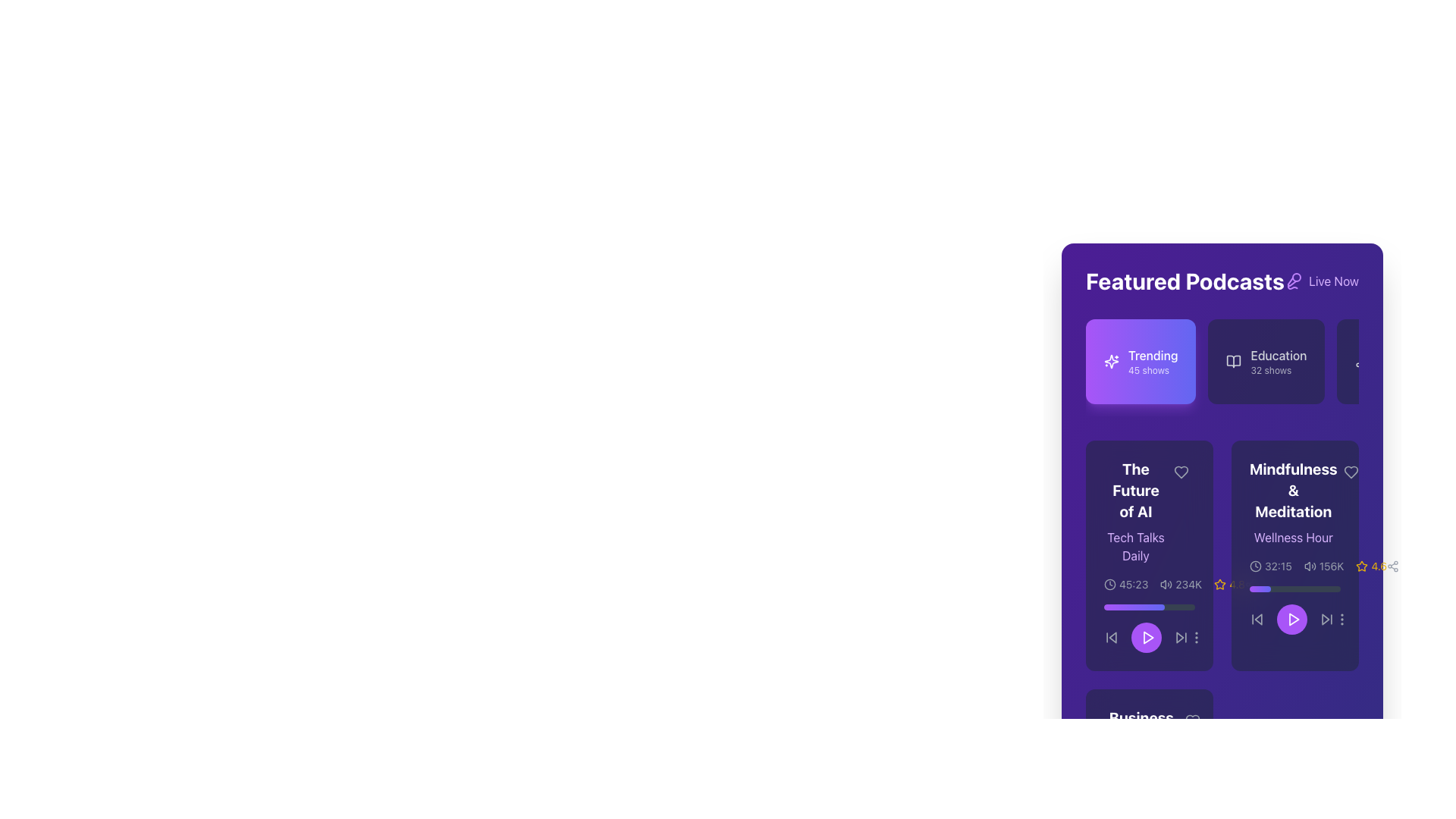 This screenshot has height=819, width=1456. Describe the element at coordinates (1135, 547) in the screenshot. I see `the static text display that shows 'Tech Talks Daily' in light purple font, located below the title 'The Future of AI' within the card layout` at that location.